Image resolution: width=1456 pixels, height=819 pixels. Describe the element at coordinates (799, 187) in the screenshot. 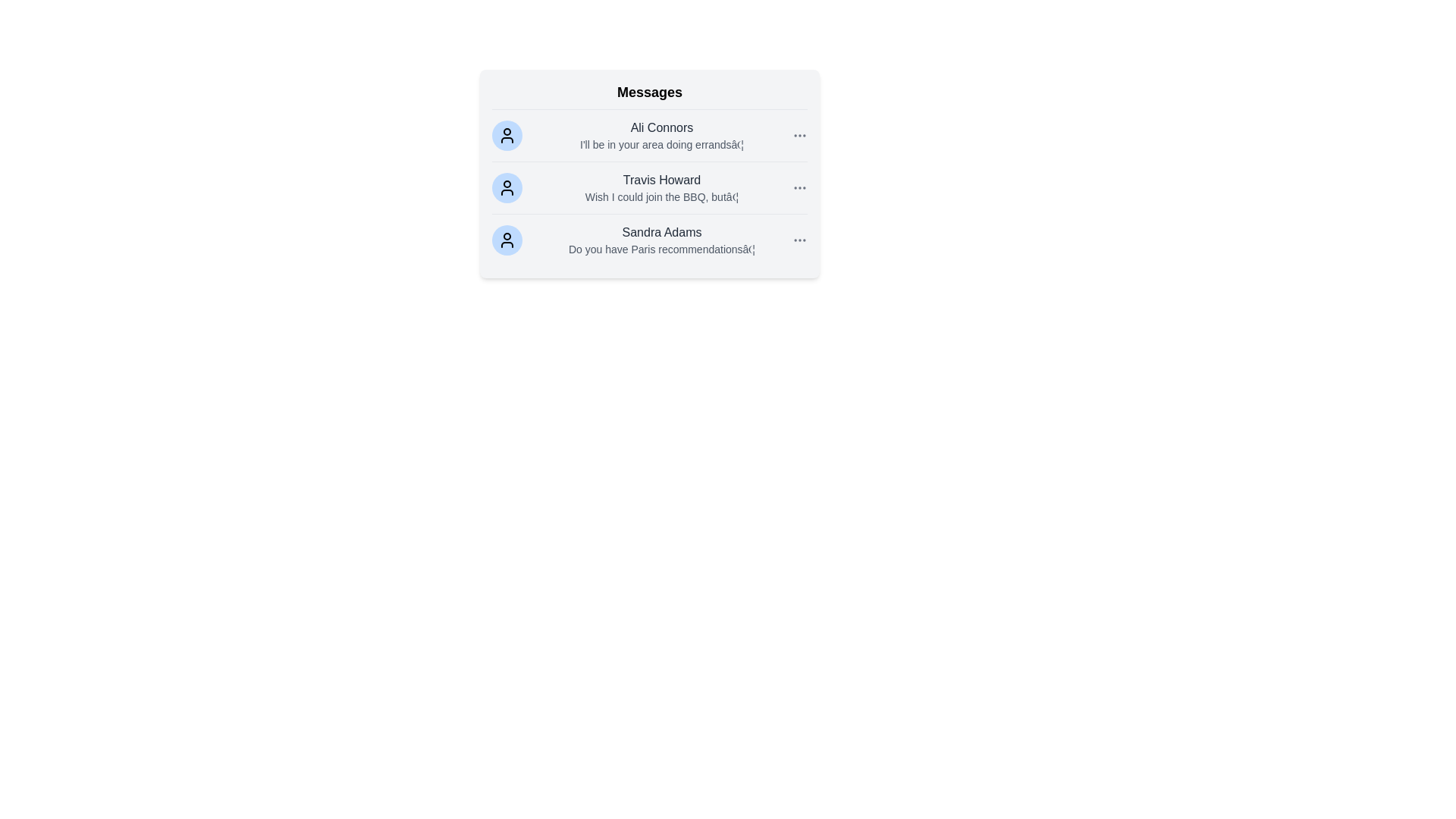

I see `the three dot menu button on the right side of the list item for 'Travis Howard'` at that location.